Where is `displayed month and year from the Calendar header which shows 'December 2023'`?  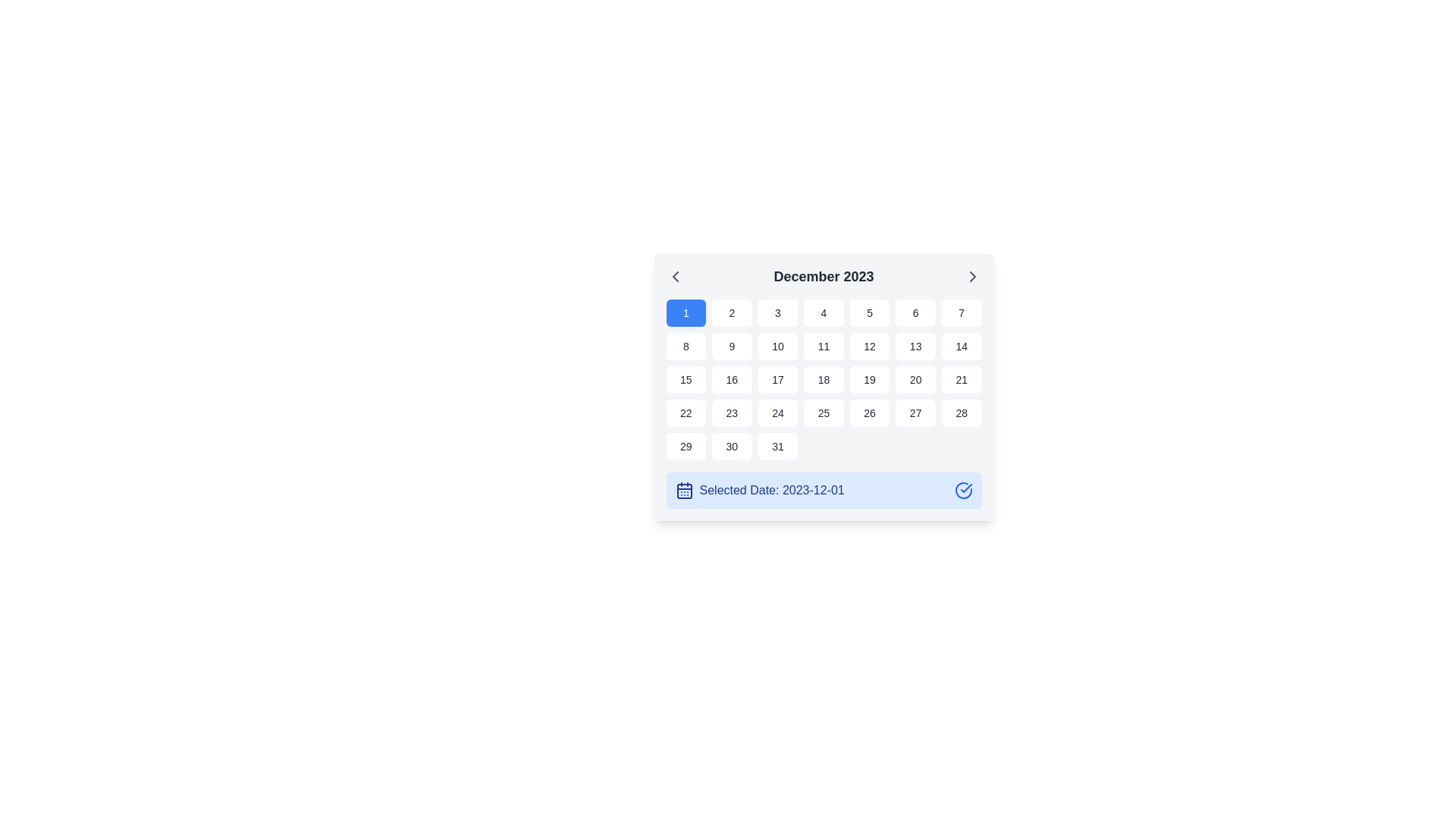
displayed month and year from the Calendar header which shows 'December 2023' is located at coordinates (823, 277).